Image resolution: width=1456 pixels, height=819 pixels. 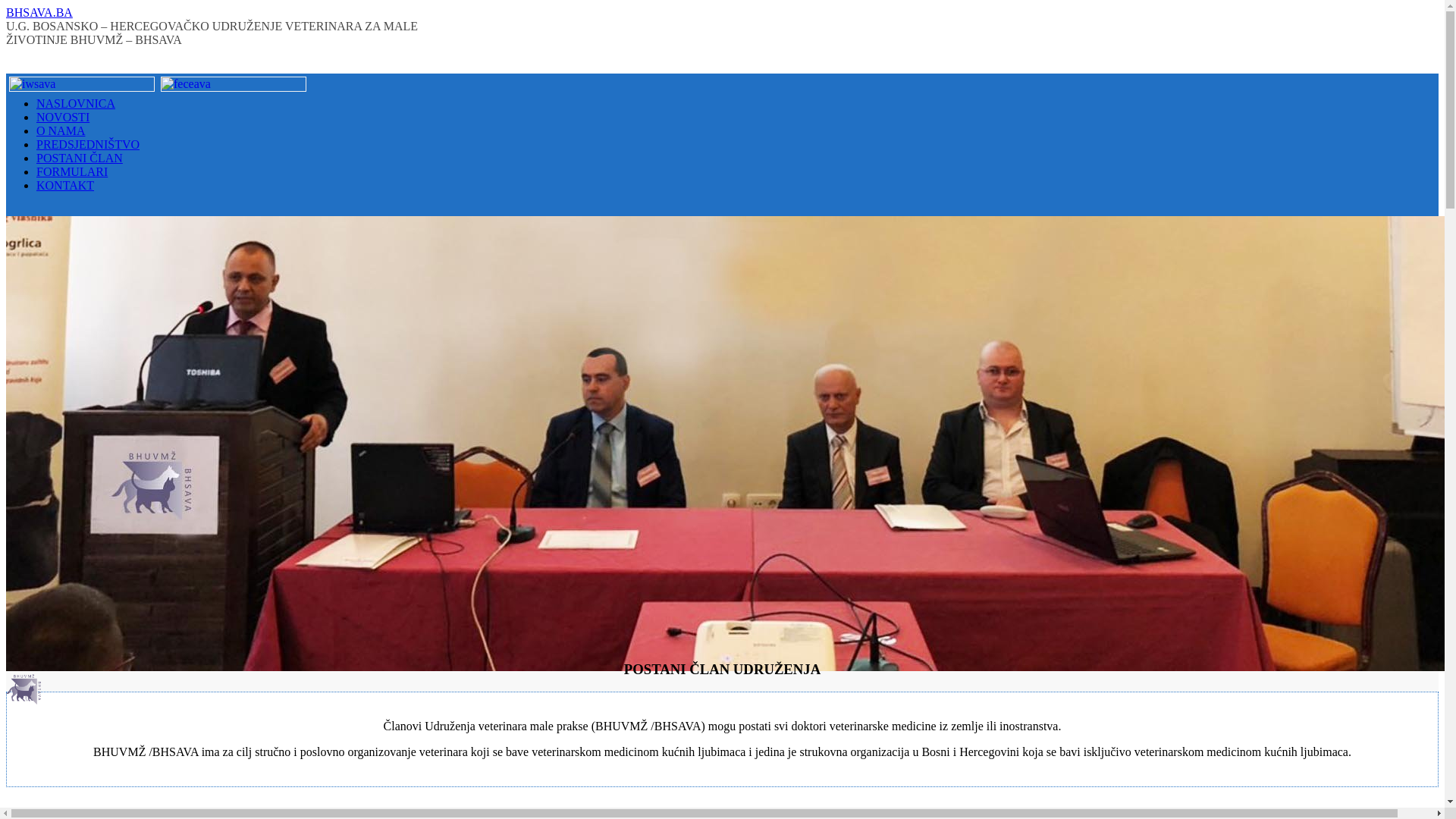 What do you see at coordinates (75, 102) in the screenshot?
I see `'NASLOVNICA'` at bounding box center [75, 102].